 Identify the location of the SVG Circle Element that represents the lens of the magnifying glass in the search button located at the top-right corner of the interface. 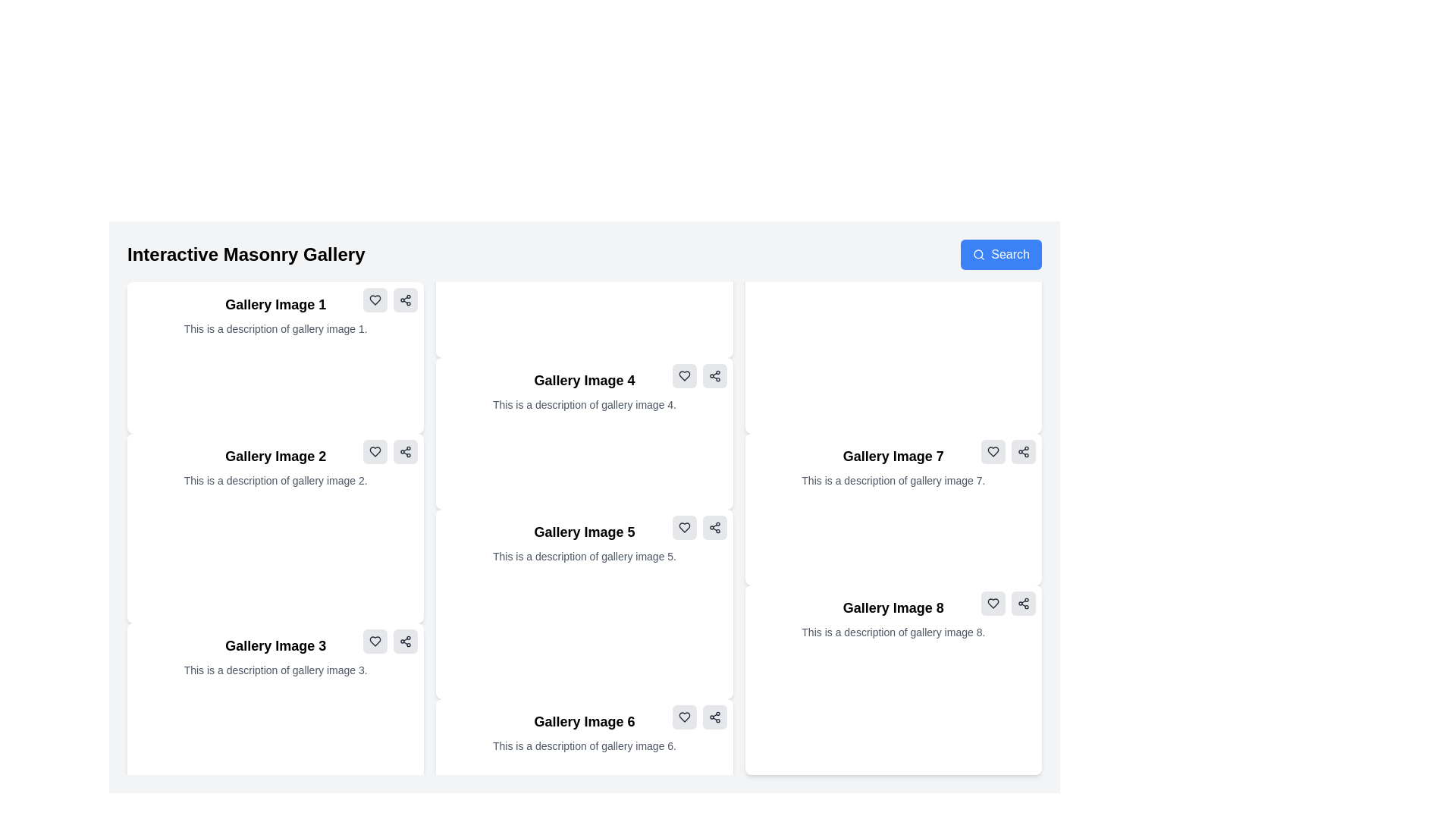
(978, 253).